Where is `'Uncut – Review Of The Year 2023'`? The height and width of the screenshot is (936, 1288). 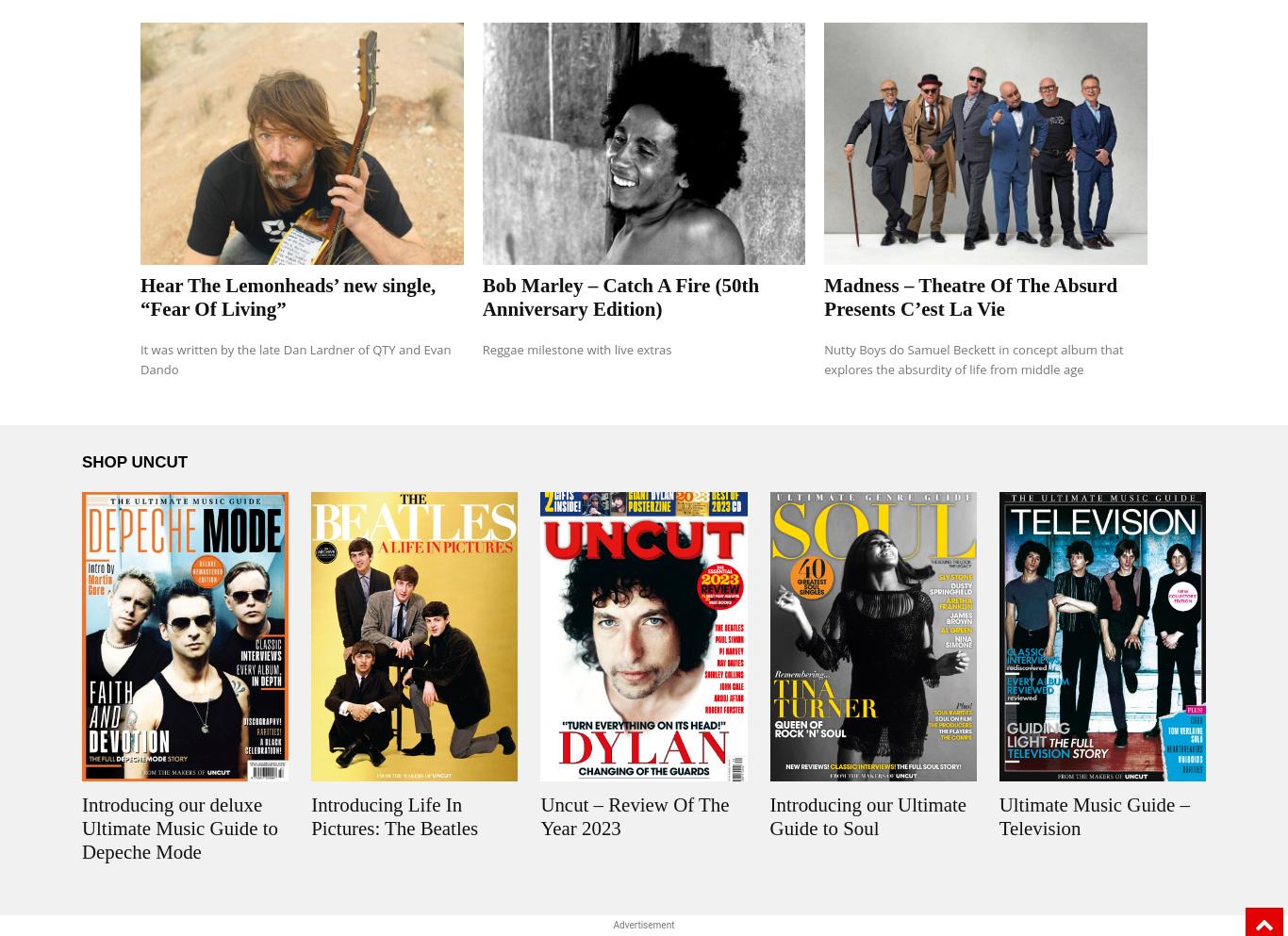
'Uncut – Review Of The Year 2023' is located at coordinates (634, 815).